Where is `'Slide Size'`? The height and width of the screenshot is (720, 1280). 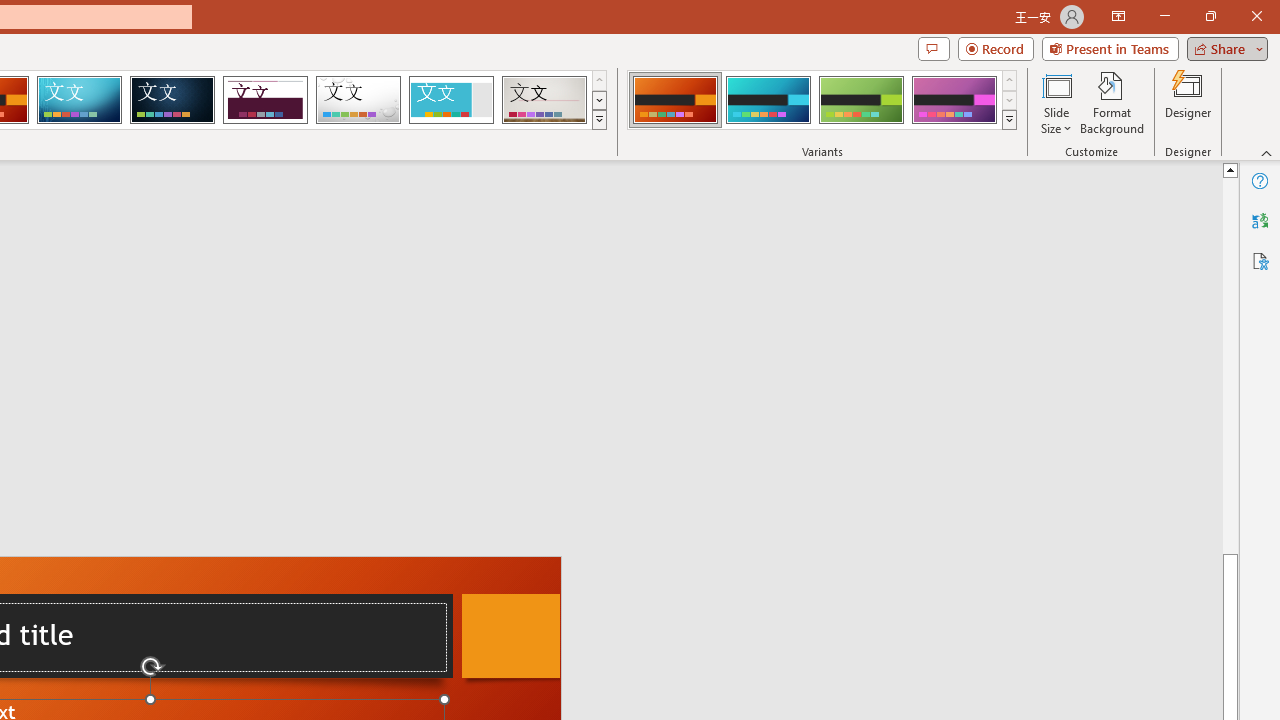 'Slide Size' is located at coordinates (1055, 103).